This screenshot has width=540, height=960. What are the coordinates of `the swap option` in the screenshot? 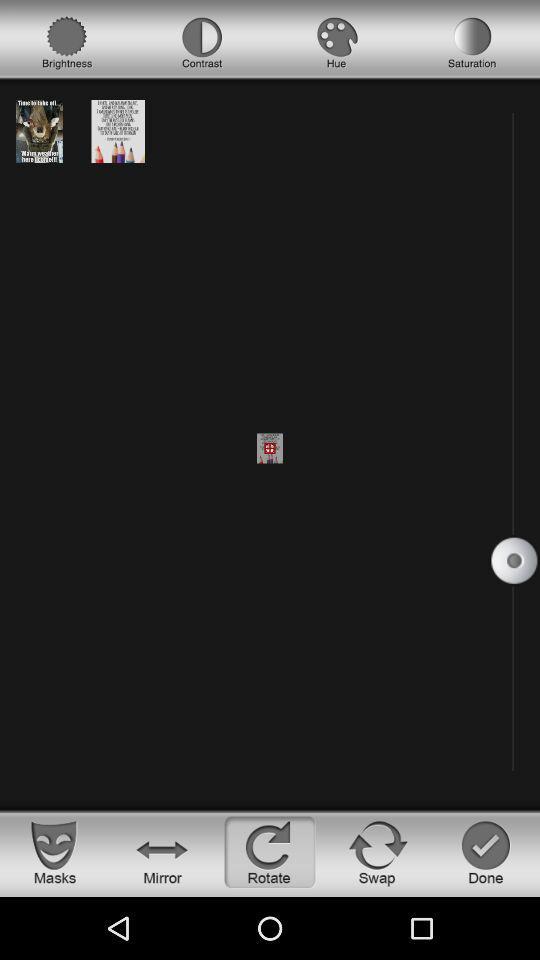 It's located at (378, 851).